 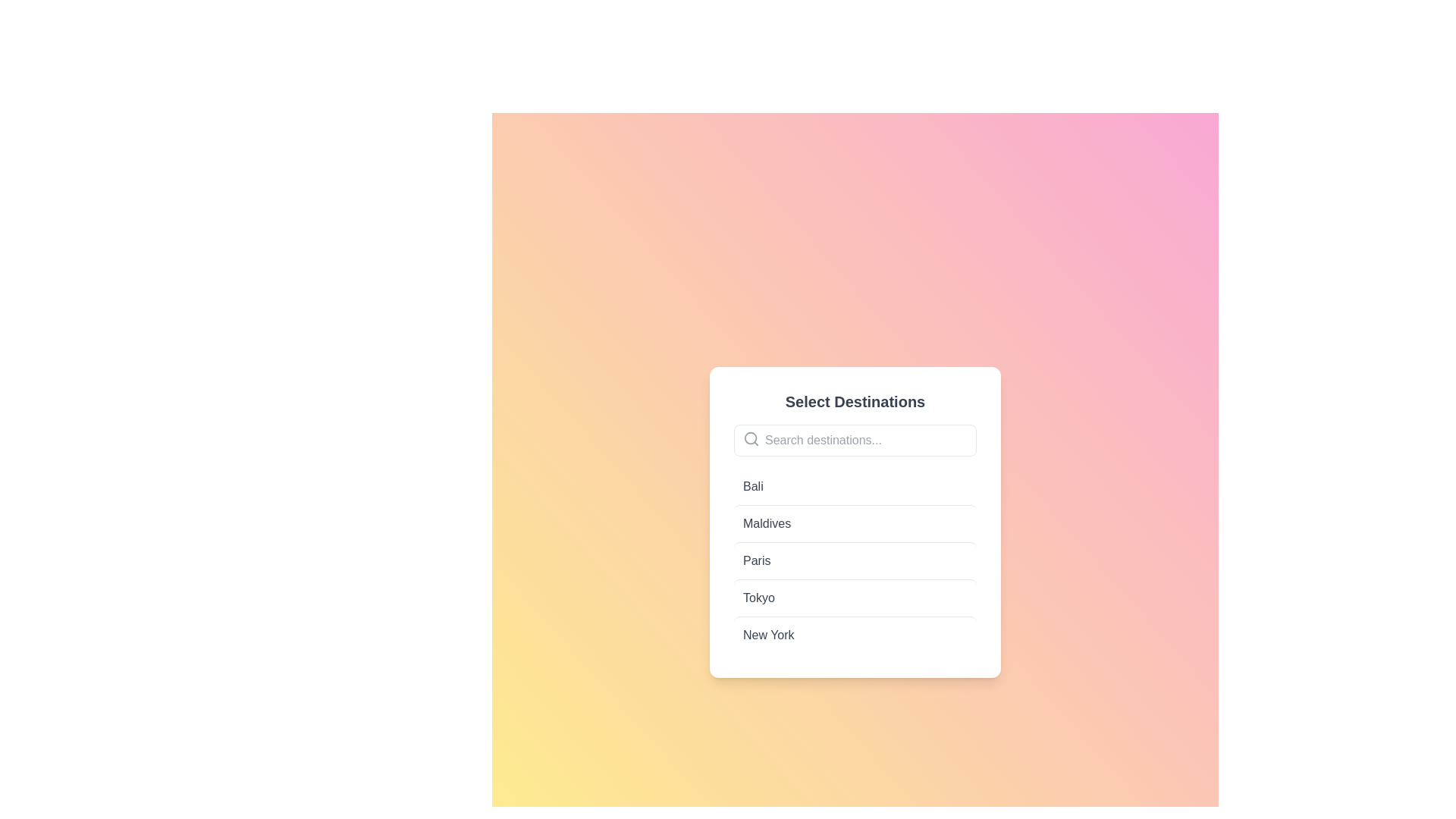 What do you see at coordinates (768, 635) in the screenshot?
I see `the static placement of the 'New York' selectable option within the dropdown menu, which is the last item in the vertical stack of options` at bounding box center [768, 635].